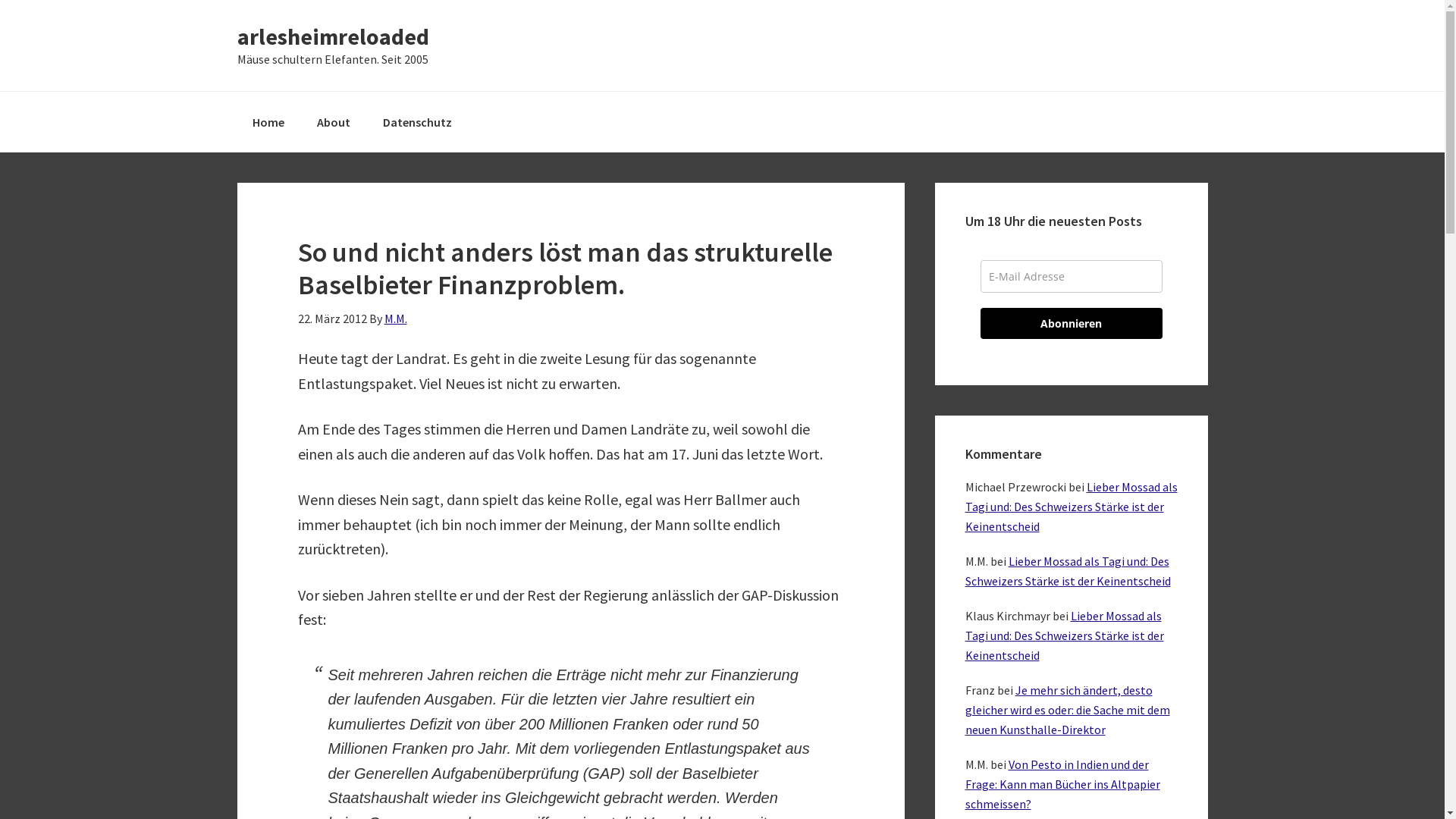  What do you see at coordinates (302, 121) in the screenshot?
I see `'About'` at bounding box center [302, 121].